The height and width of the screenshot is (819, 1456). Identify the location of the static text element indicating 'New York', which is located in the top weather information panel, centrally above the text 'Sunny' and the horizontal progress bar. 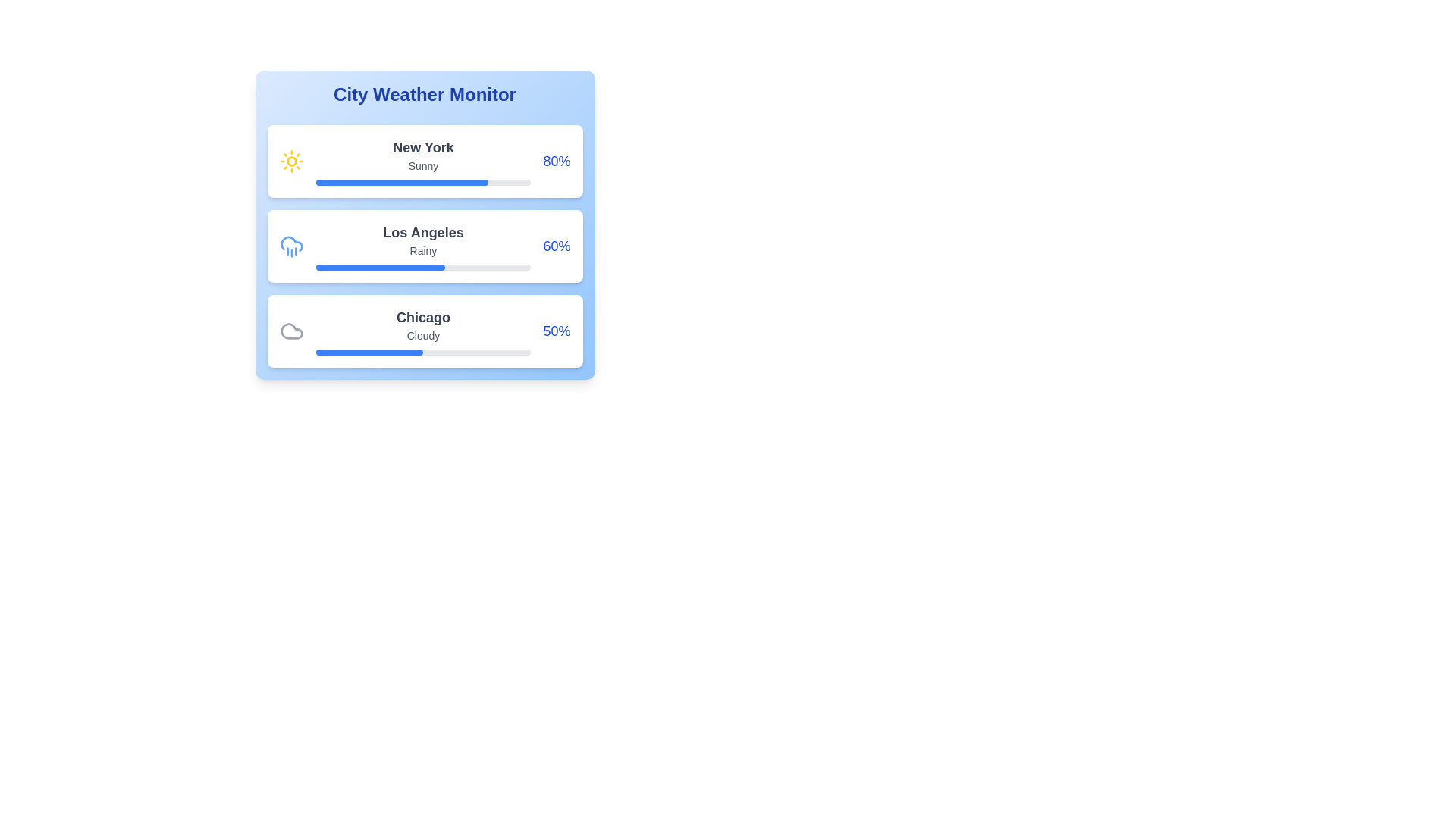
(423, 148).